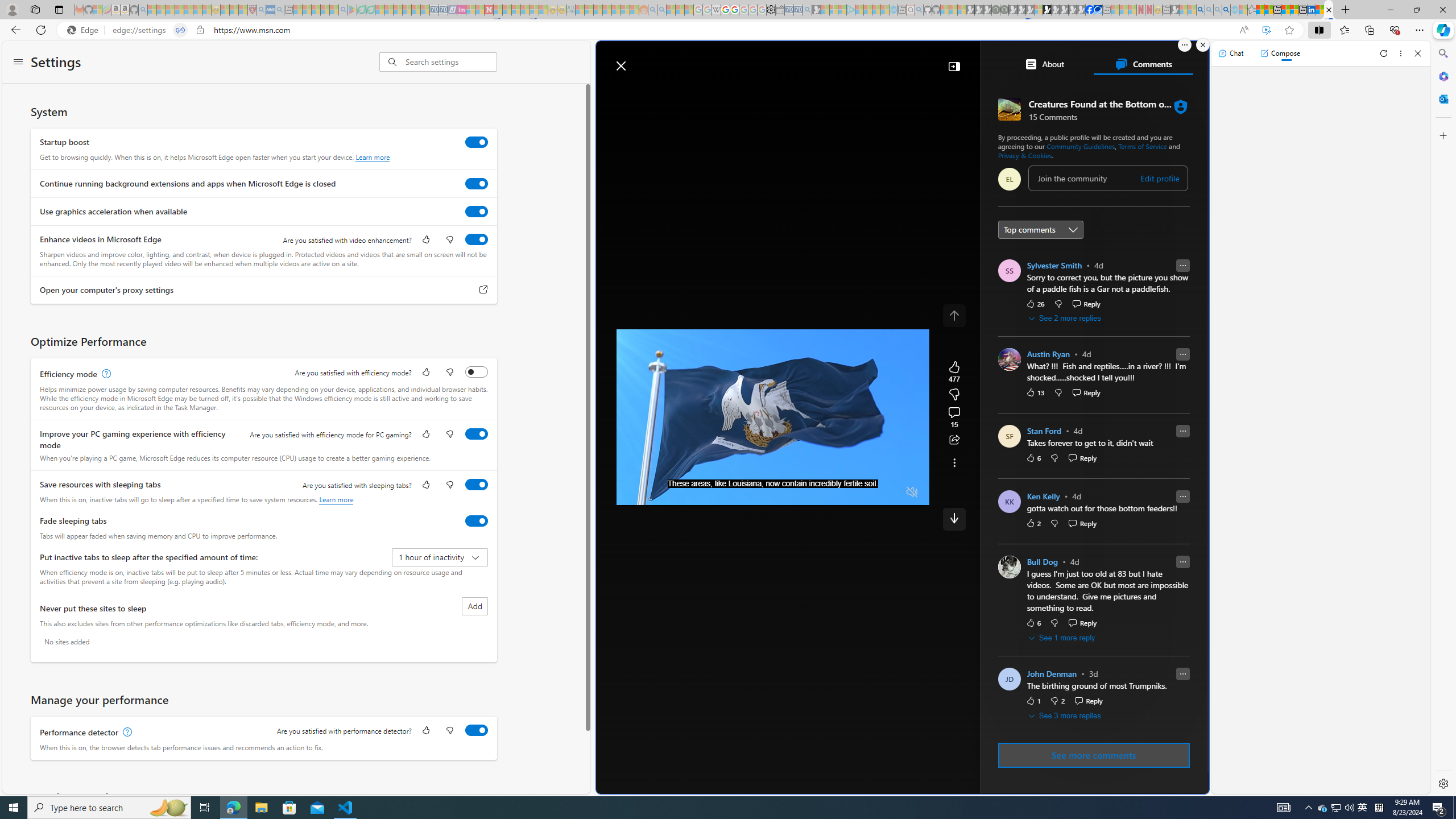 The image size is (1456, 819). I want to click on 'Ken Kelly', so click(1043, 497).